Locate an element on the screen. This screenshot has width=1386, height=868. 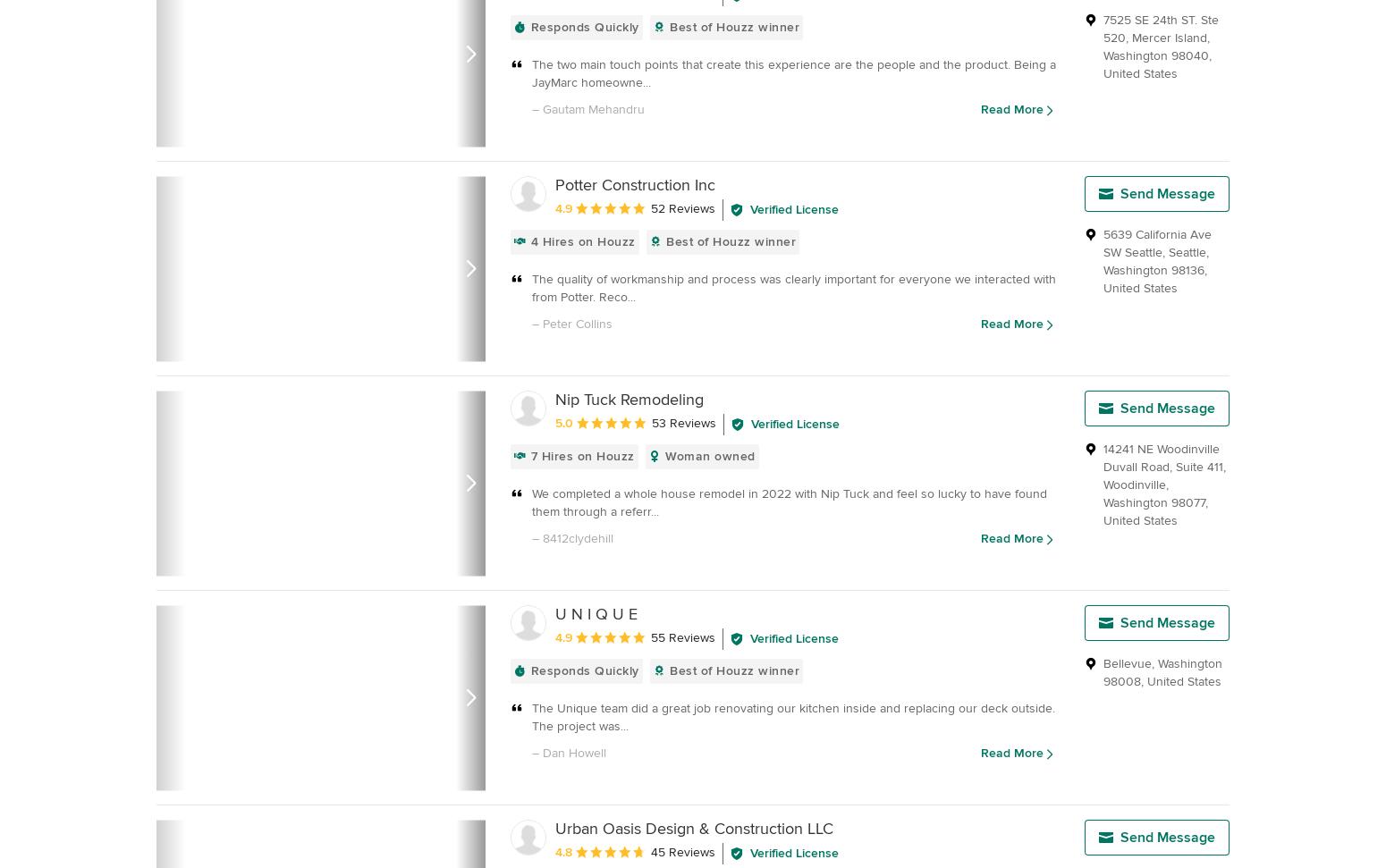
'Bellevue' is located at coordinates (1103, 662).